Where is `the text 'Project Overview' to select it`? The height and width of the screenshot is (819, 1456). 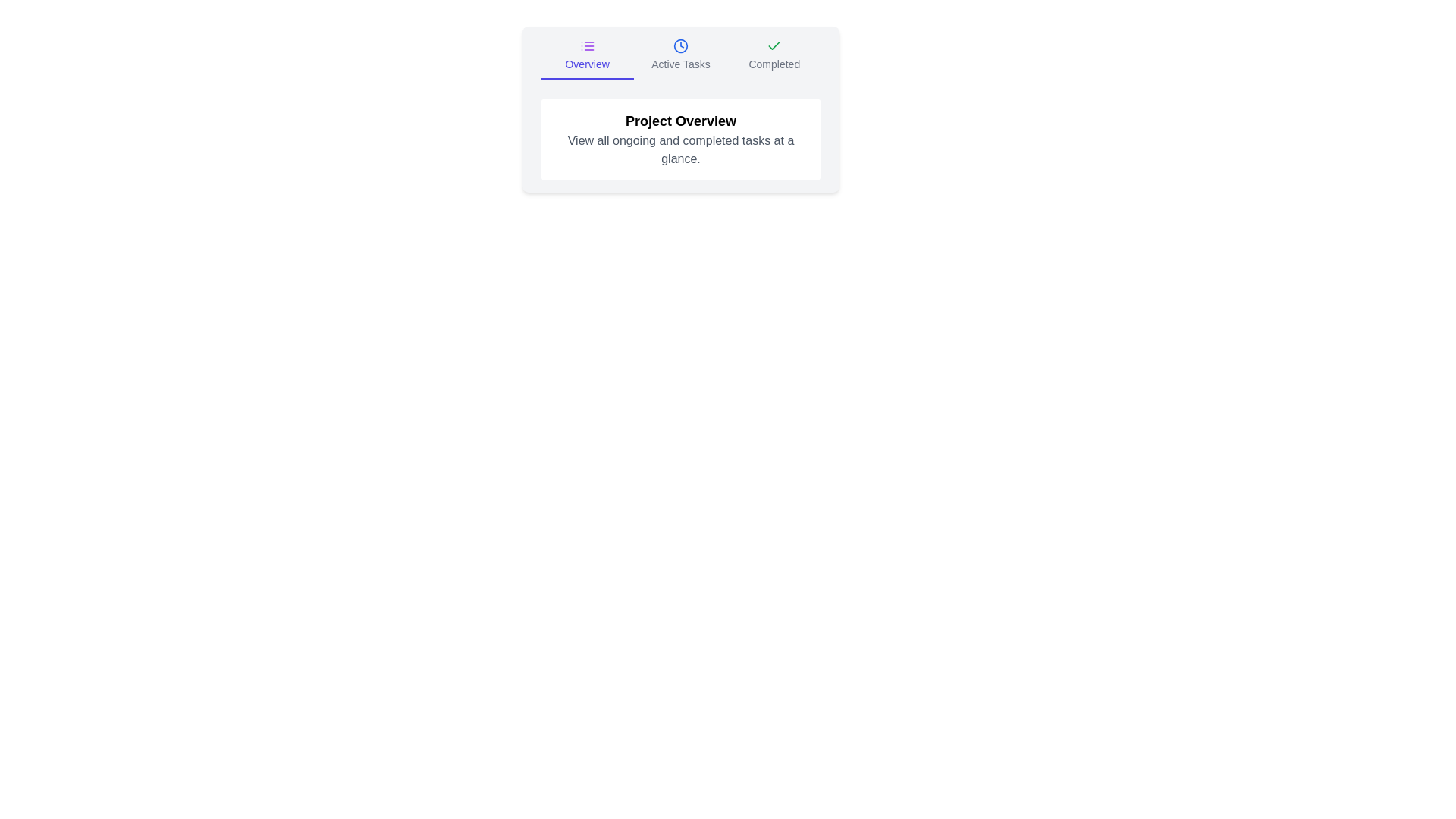
the text 'Project Overview' to select it is located at coordinates (679, 120).